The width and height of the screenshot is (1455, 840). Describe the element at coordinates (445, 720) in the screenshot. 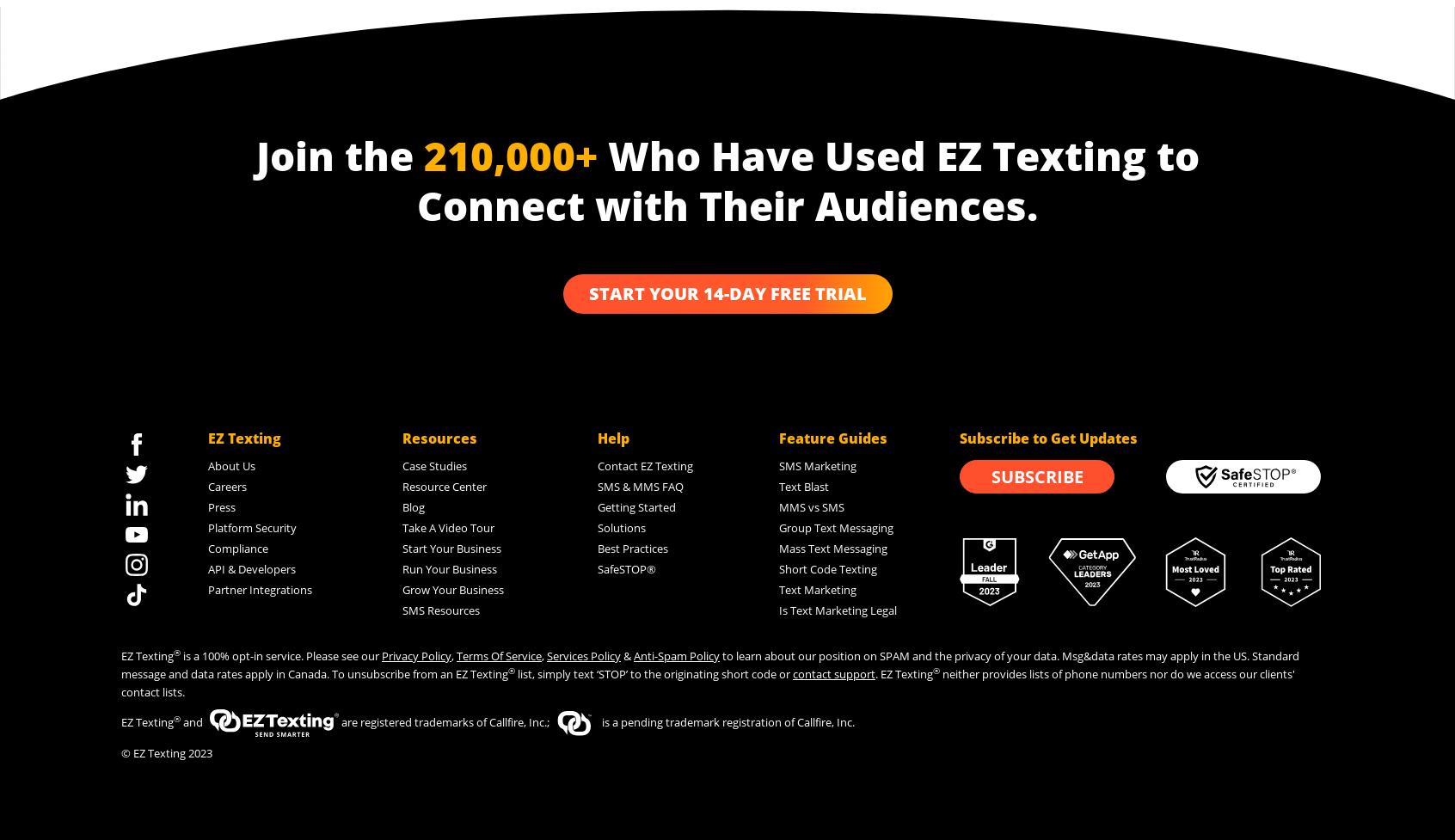

I see `'are registered trademarks of Callfire, Inc.;'` at that location.